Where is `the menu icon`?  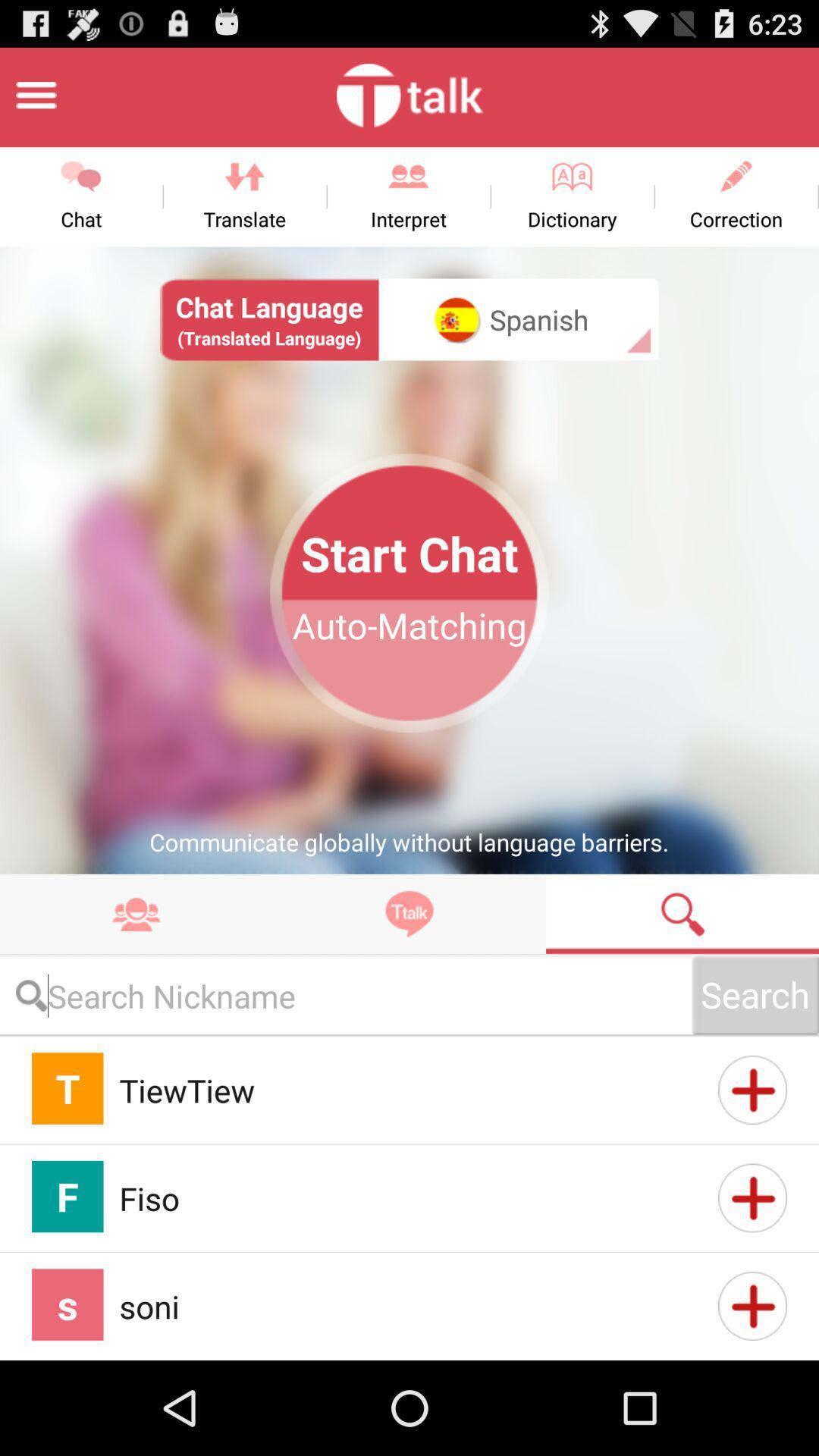
the menu icon is located at coordinates (35, 101).